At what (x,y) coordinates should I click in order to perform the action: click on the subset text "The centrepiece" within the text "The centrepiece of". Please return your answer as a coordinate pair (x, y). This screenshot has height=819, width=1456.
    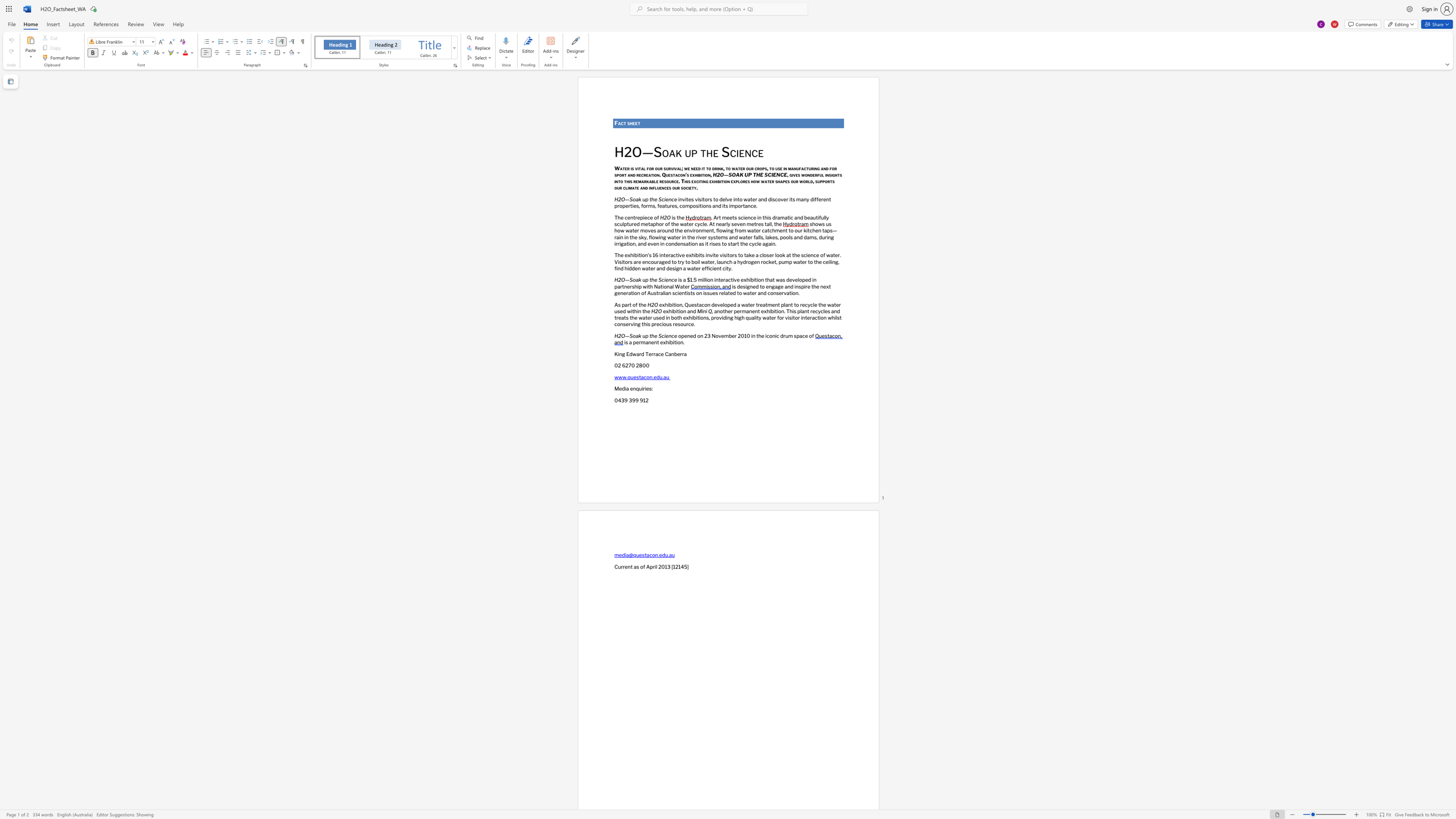
    Looking at the image, I should click on (614, 217).